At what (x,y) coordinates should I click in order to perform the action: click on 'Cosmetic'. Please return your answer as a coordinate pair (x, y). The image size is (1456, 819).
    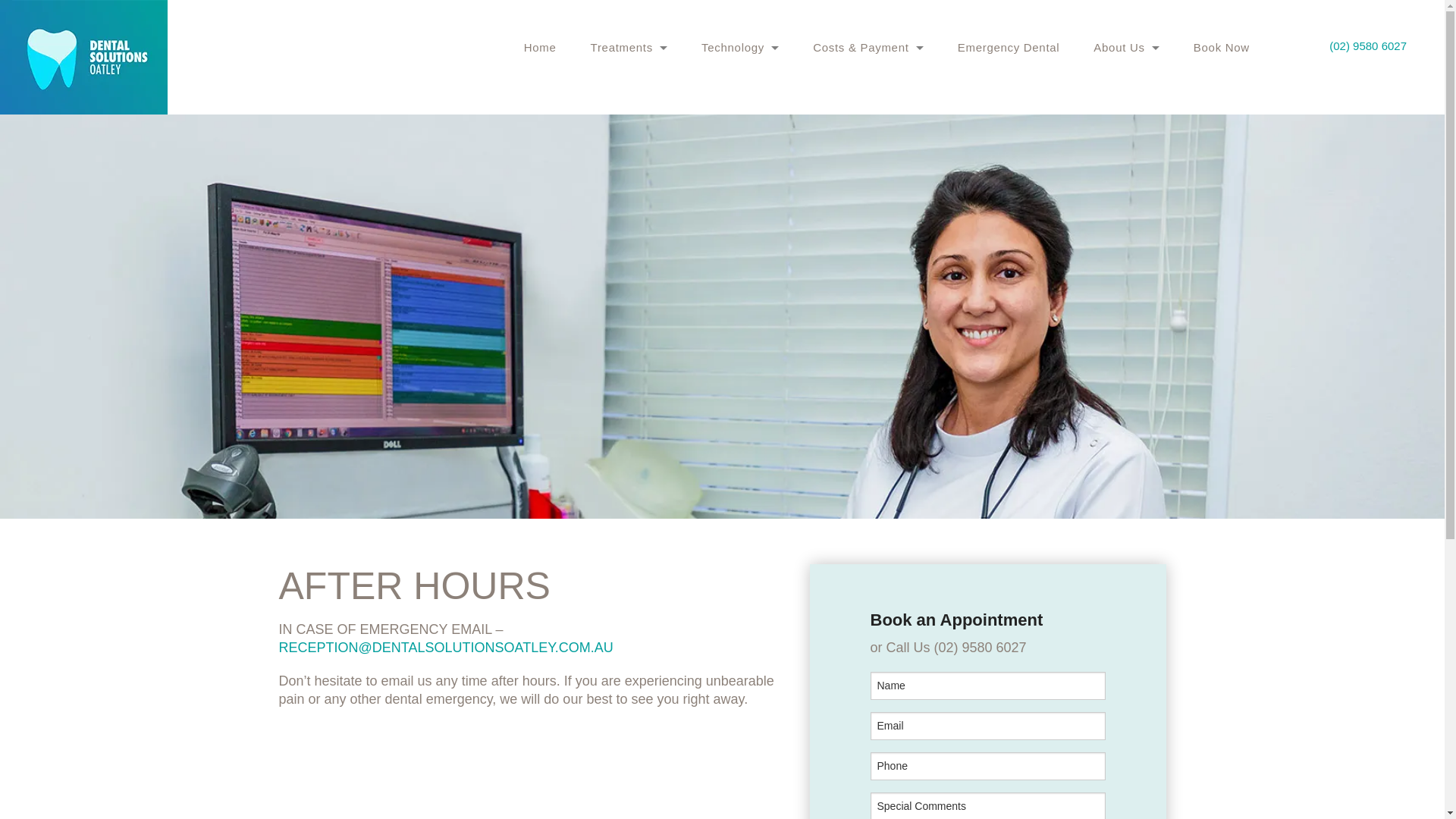
    Looking at the image, I should click on (589, 119).